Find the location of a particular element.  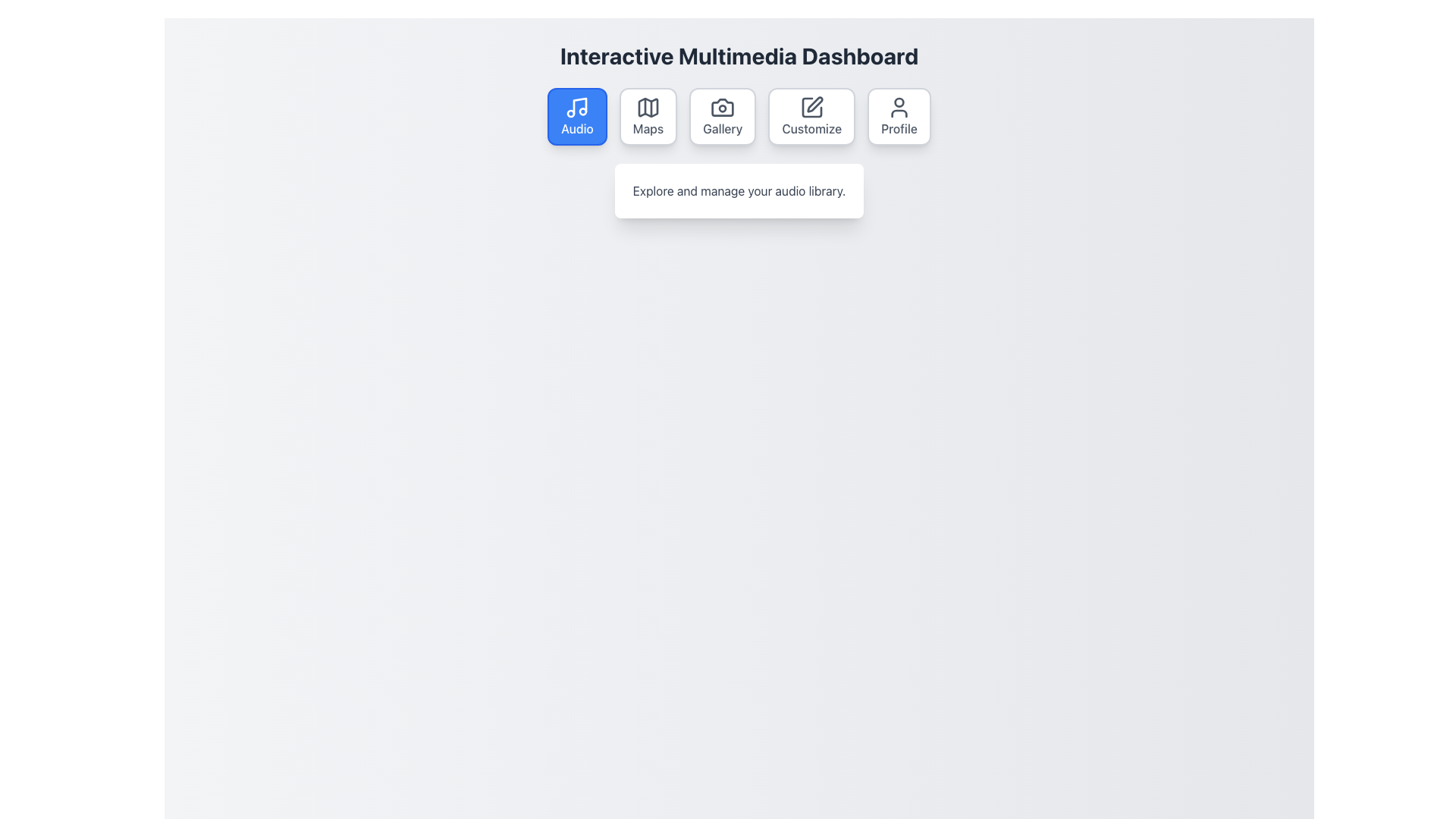

the drawing or editing tool icon located in the 'Customize' section, positioned second to last among the top center icons is located at coordinates (814, 104).